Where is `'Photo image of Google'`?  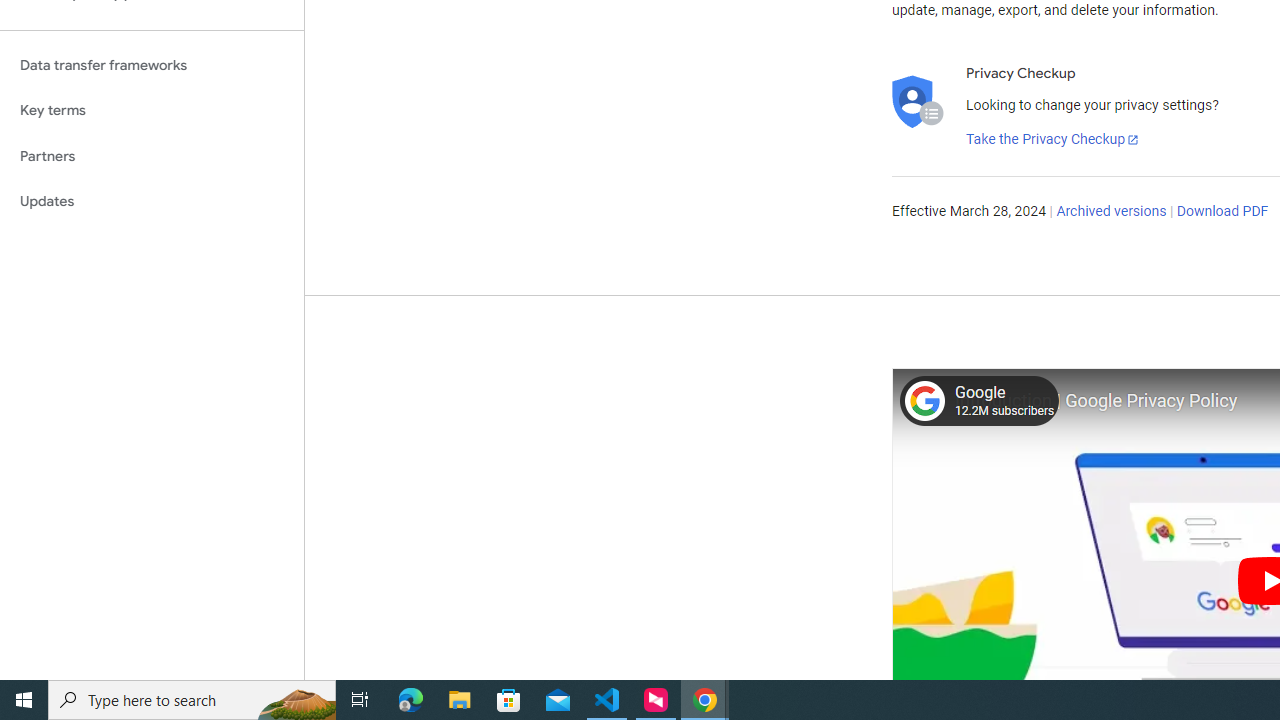
'Photo image of Google' is located at coordinates (923, 400).